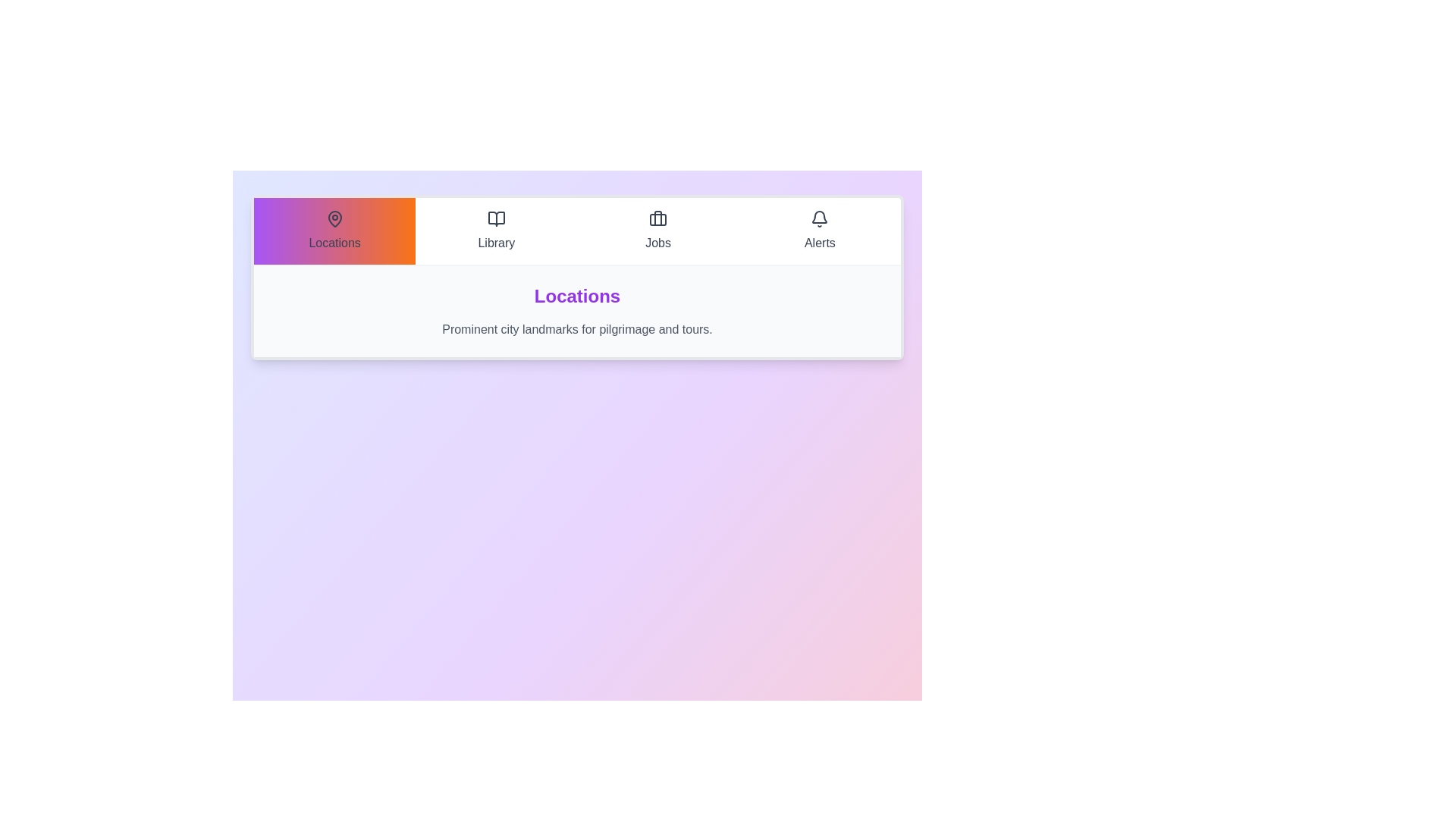 The width and height of the screenshot is (1456, 819). What do you see at coordinates (819, 231) in the screenshot?
I see `the Alerts tab` at bounding box center [819, 231].